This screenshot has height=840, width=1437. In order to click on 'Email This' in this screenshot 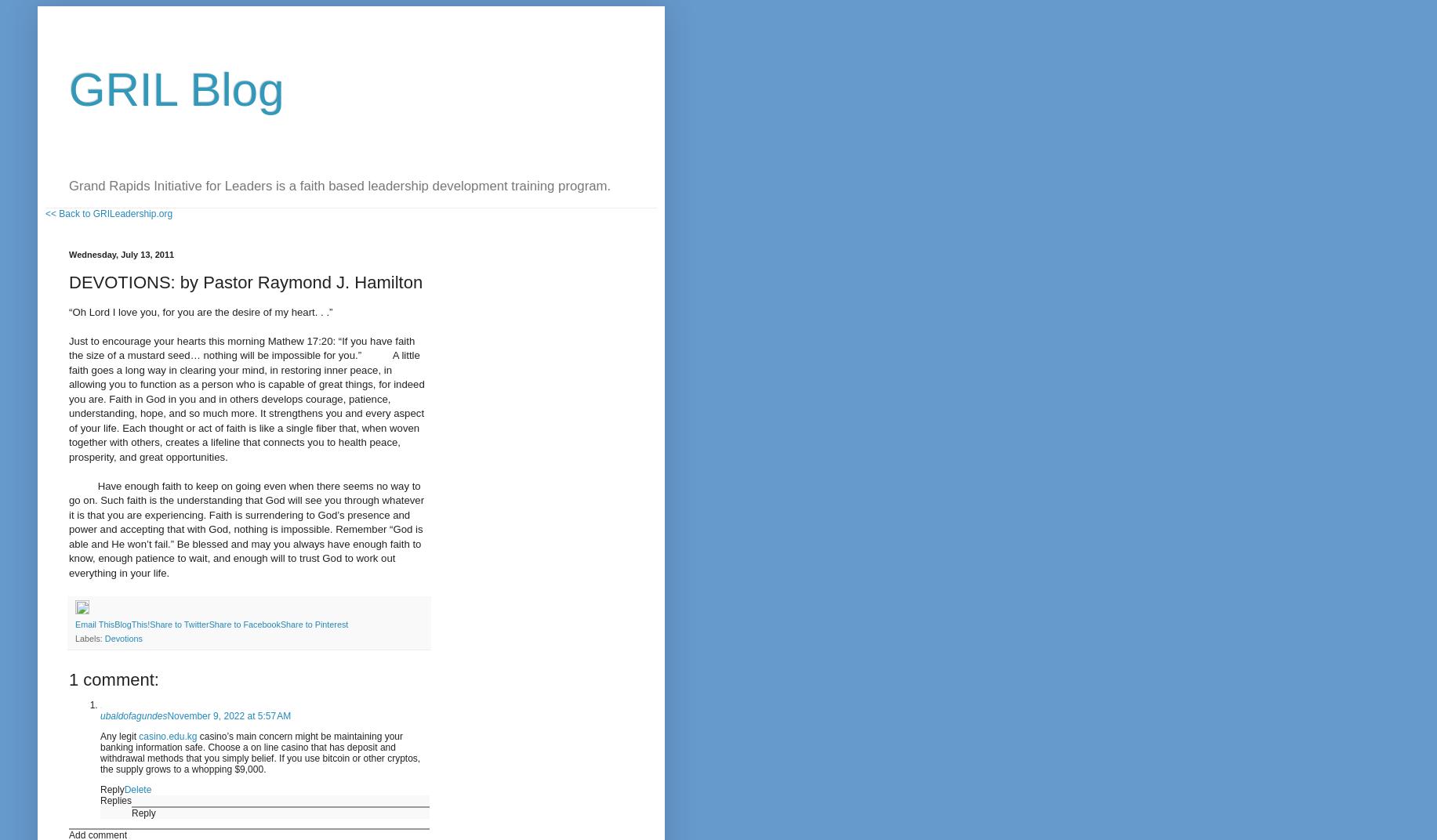, I will do `click(94, 625)`.